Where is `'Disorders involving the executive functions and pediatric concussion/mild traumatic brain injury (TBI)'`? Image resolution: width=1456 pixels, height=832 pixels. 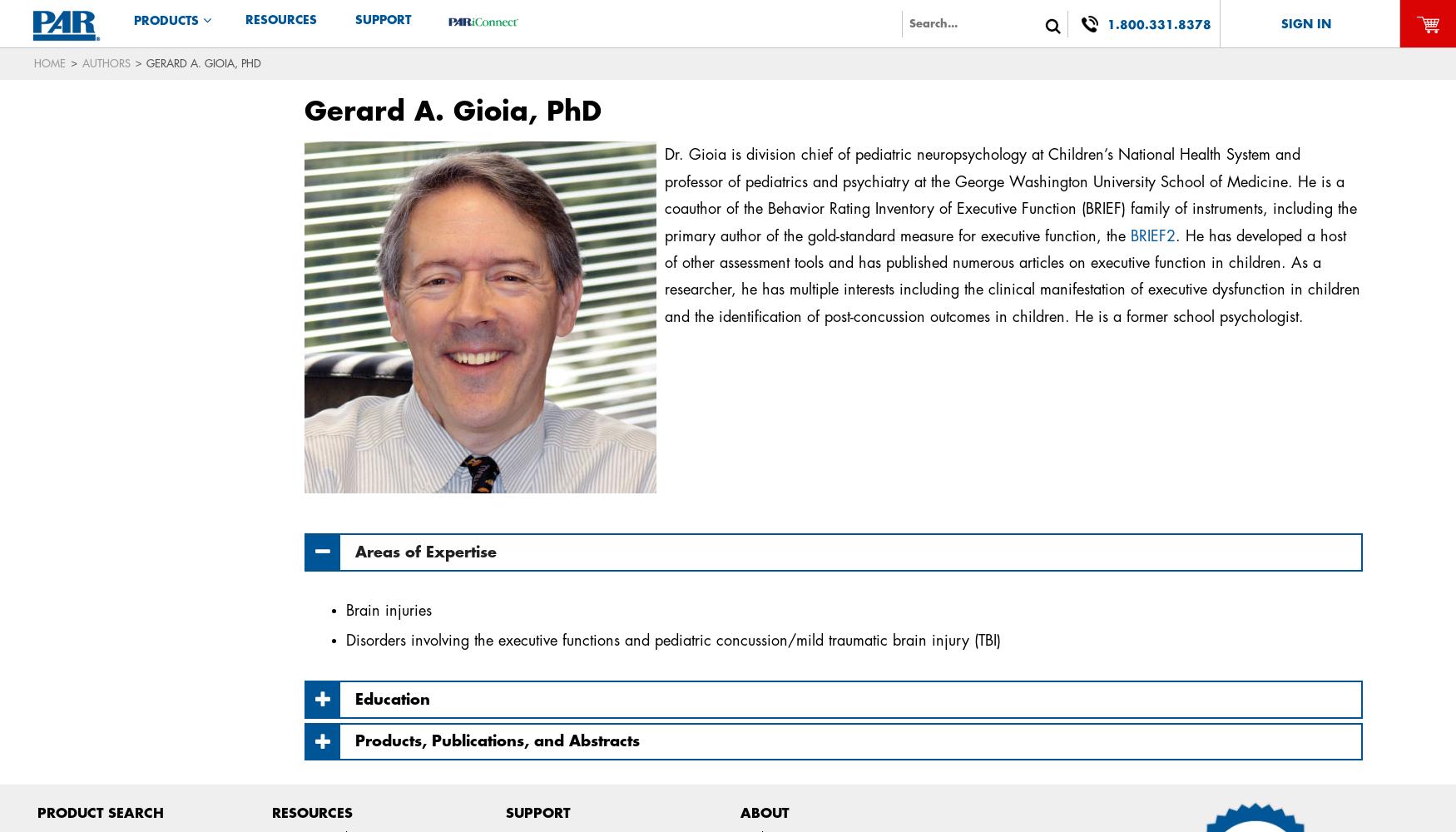 'Disorders involving the executive functions and pediatric concussion/mild traumatic brain injury (TBI)' is located at coordinates (671, 641).